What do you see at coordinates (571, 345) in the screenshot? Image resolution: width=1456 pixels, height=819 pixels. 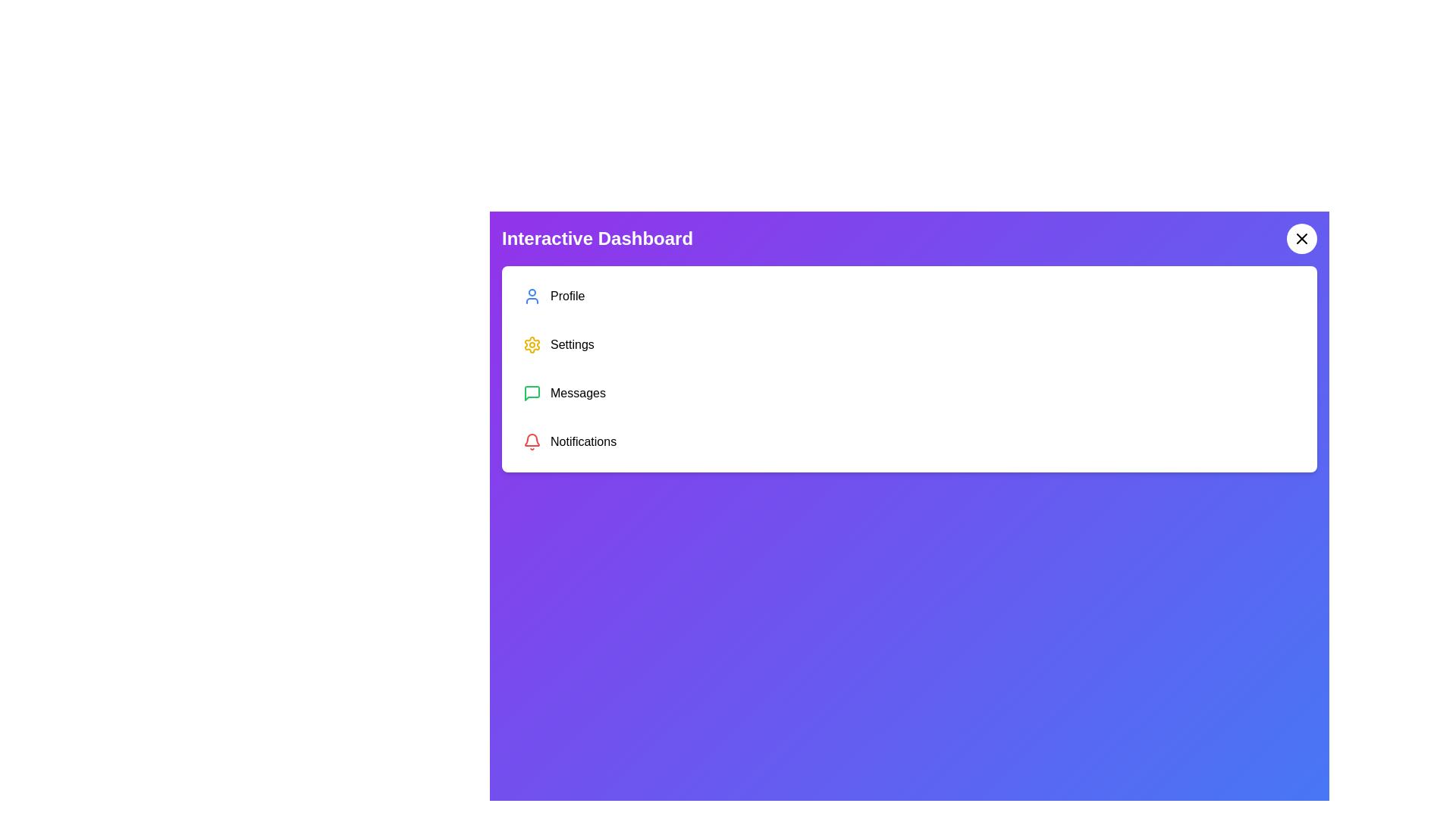 I see `the text label that describes the adjacent yellow gear icon, which is the second entry from the top in the settings options` at bounding box center [571, 345].